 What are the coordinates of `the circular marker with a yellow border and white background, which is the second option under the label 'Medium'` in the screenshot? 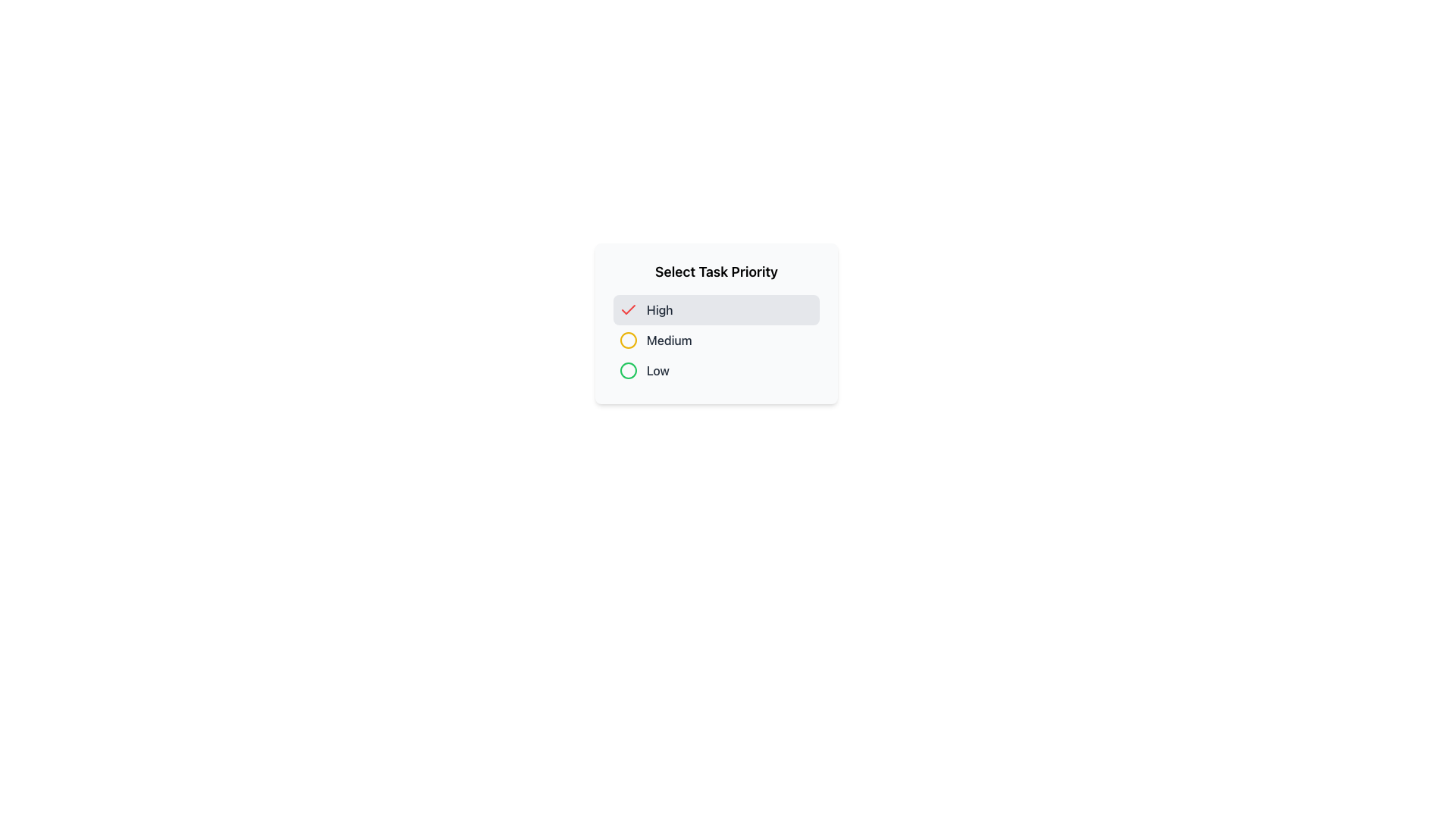 It's located at (629, 339).